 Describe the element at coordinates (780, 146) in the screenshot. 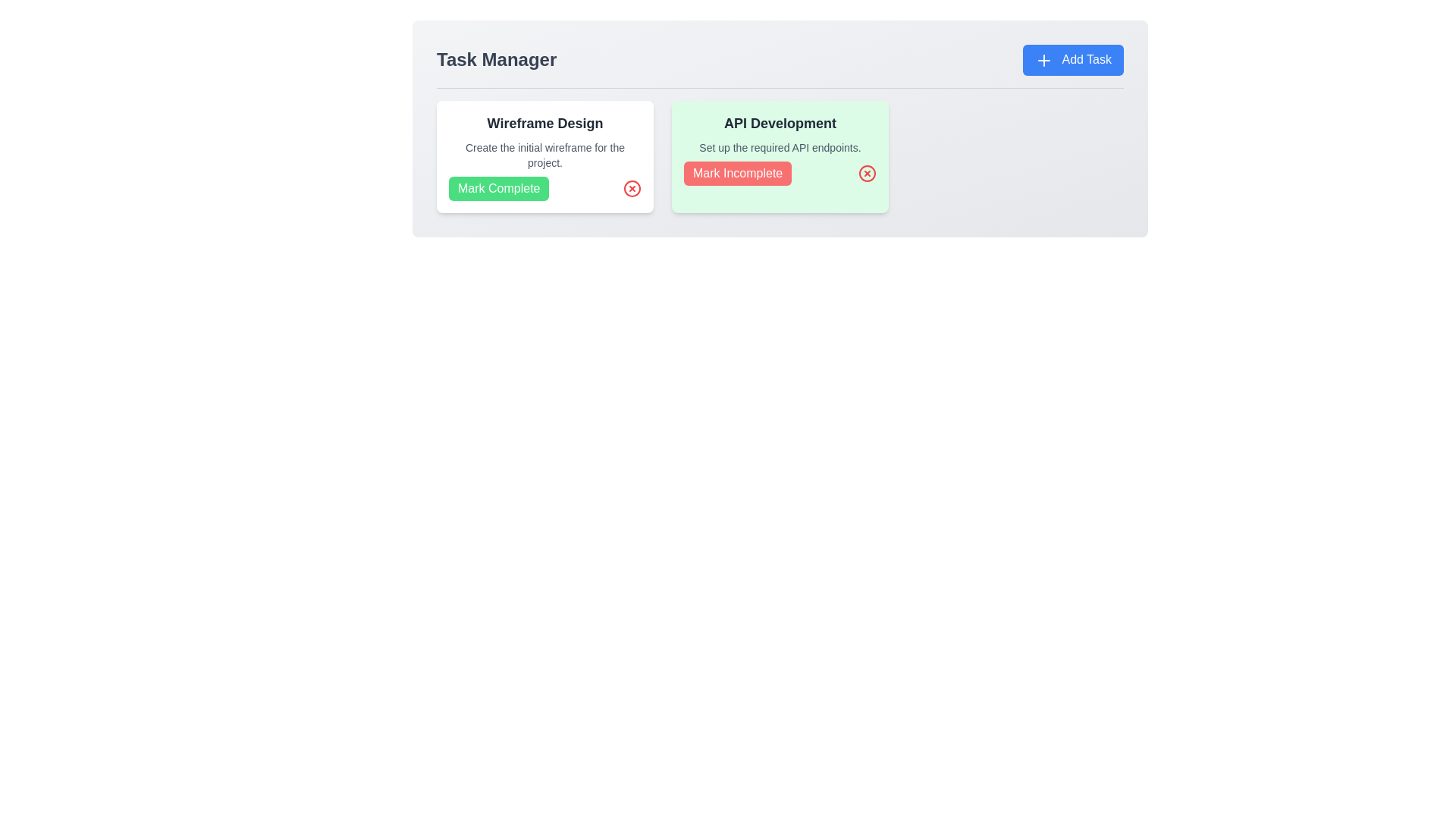

I see `the text displaying 'Set up the required API endpoints.' located within the 'API Development' card, which is positioned beneath the title 'API Development' and above the 'Mark Incomplete' button` at that location.